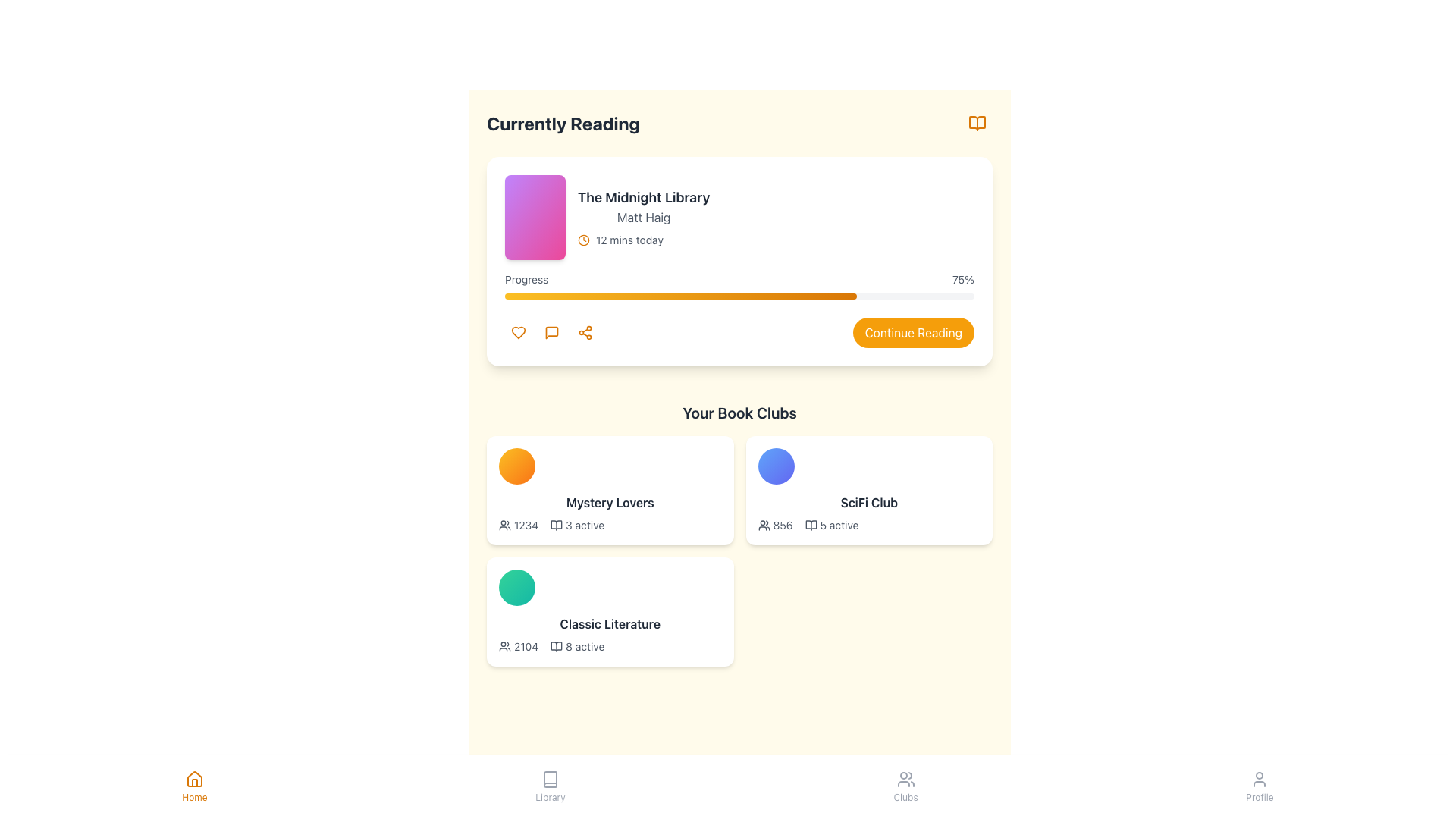  Describe the element at coordinates (505, 646) in the screenshot. I see `the icon representing the number of members in the book club located at the bottom-left corner of the 'Classic Literature' card under 'Your Book Clubs', which is directly to the left of the number '2104'` at that location.